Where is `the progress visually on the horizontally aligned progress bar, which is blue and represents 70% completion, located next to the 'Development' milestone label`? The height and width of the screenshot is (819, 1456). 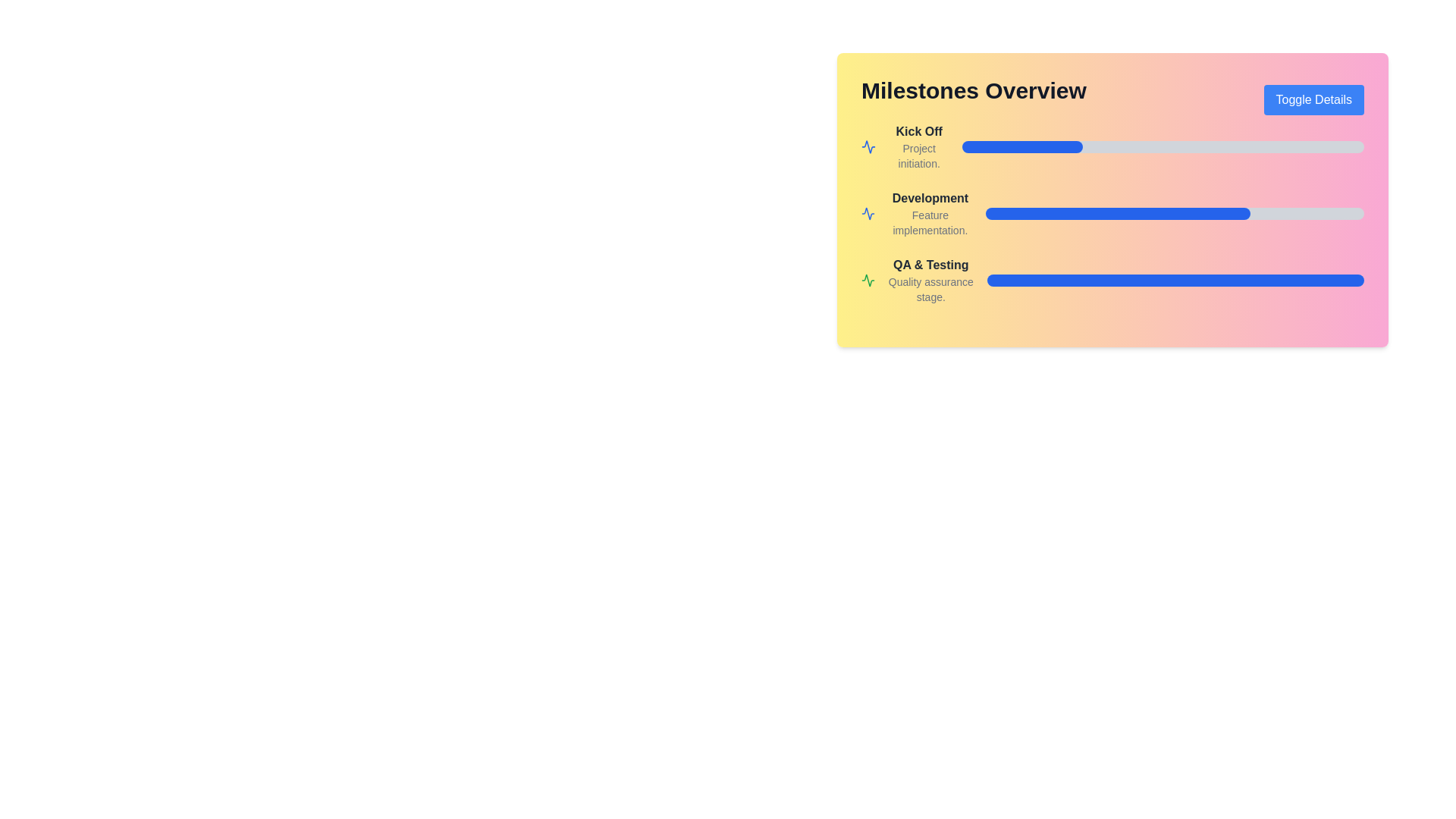 the progress visually on the horizontally aligned progress bar, which is blue and represents 70% completion, located next to the 'Development' milestone label is located at coordinates (1174, 213).